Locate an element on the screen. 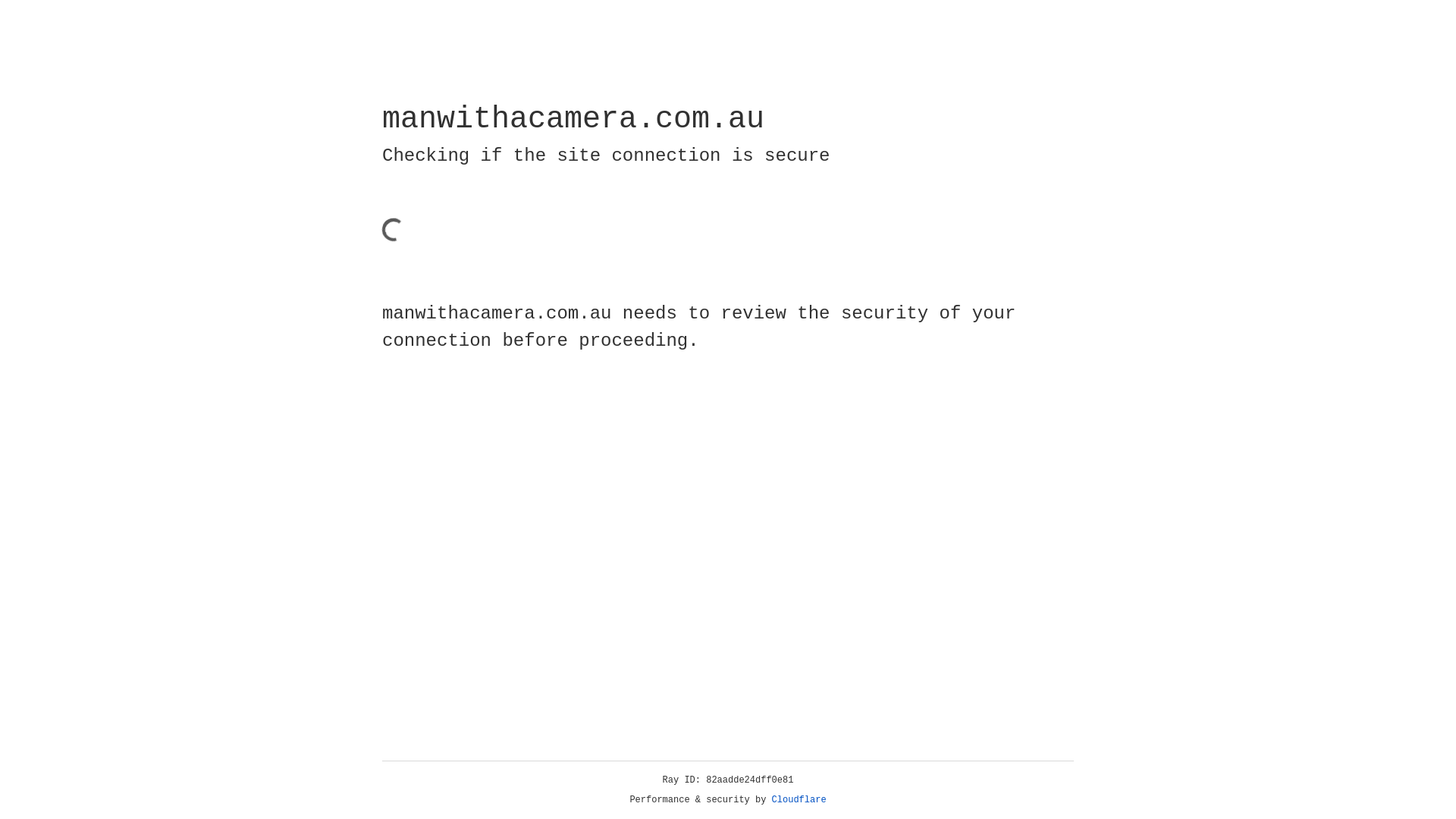 Image resolution: width=1456 pixels, height=819 pixels. 'Cloudflare' is located at coordinates (799, 799).